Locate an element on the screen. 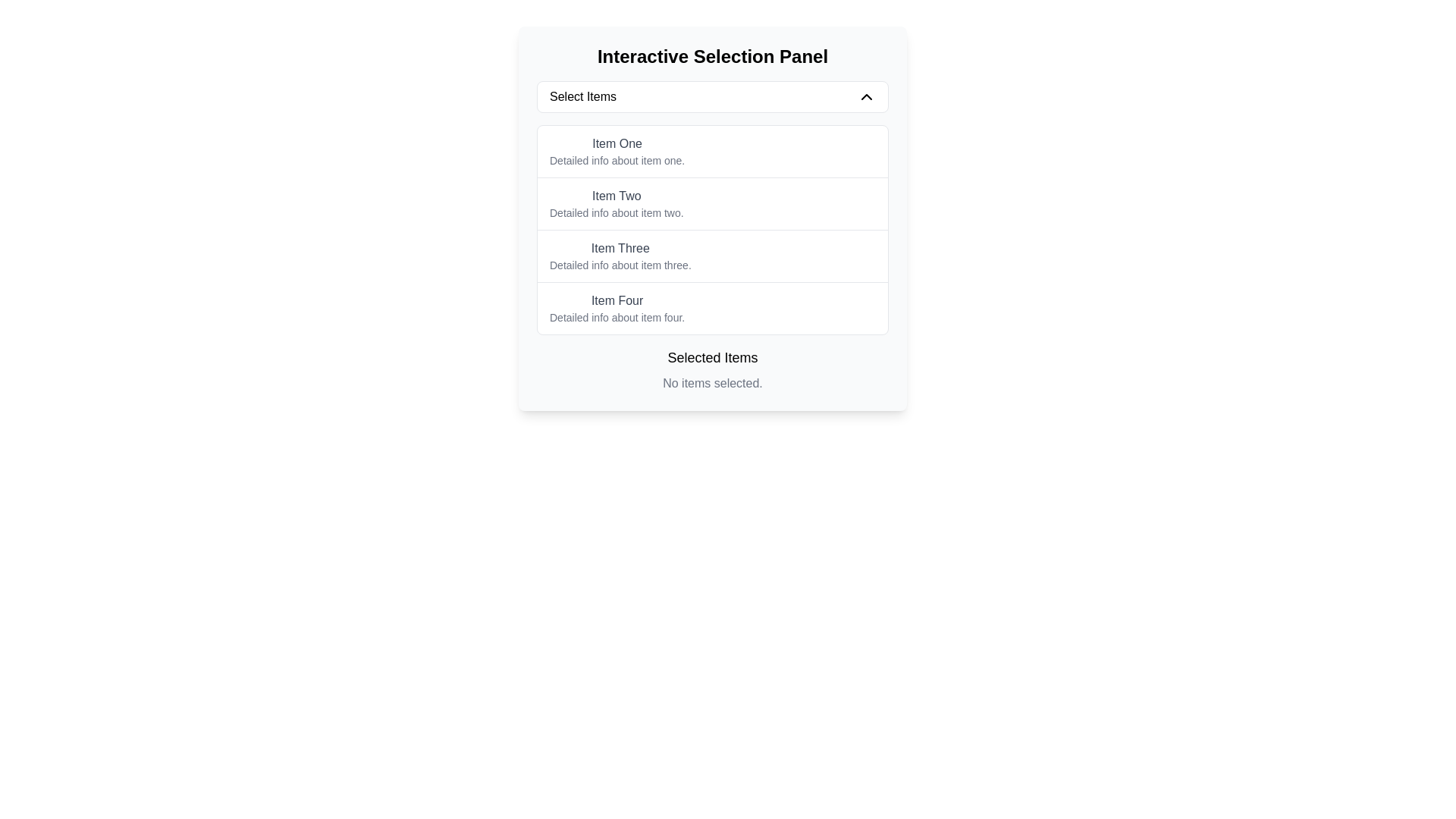 Image resolution: width=1456 pixels, height=819 pixels. the dropdown menu located below the 'Interactive Selection Panel' title to make a selection is located at coordinates (712, 96).